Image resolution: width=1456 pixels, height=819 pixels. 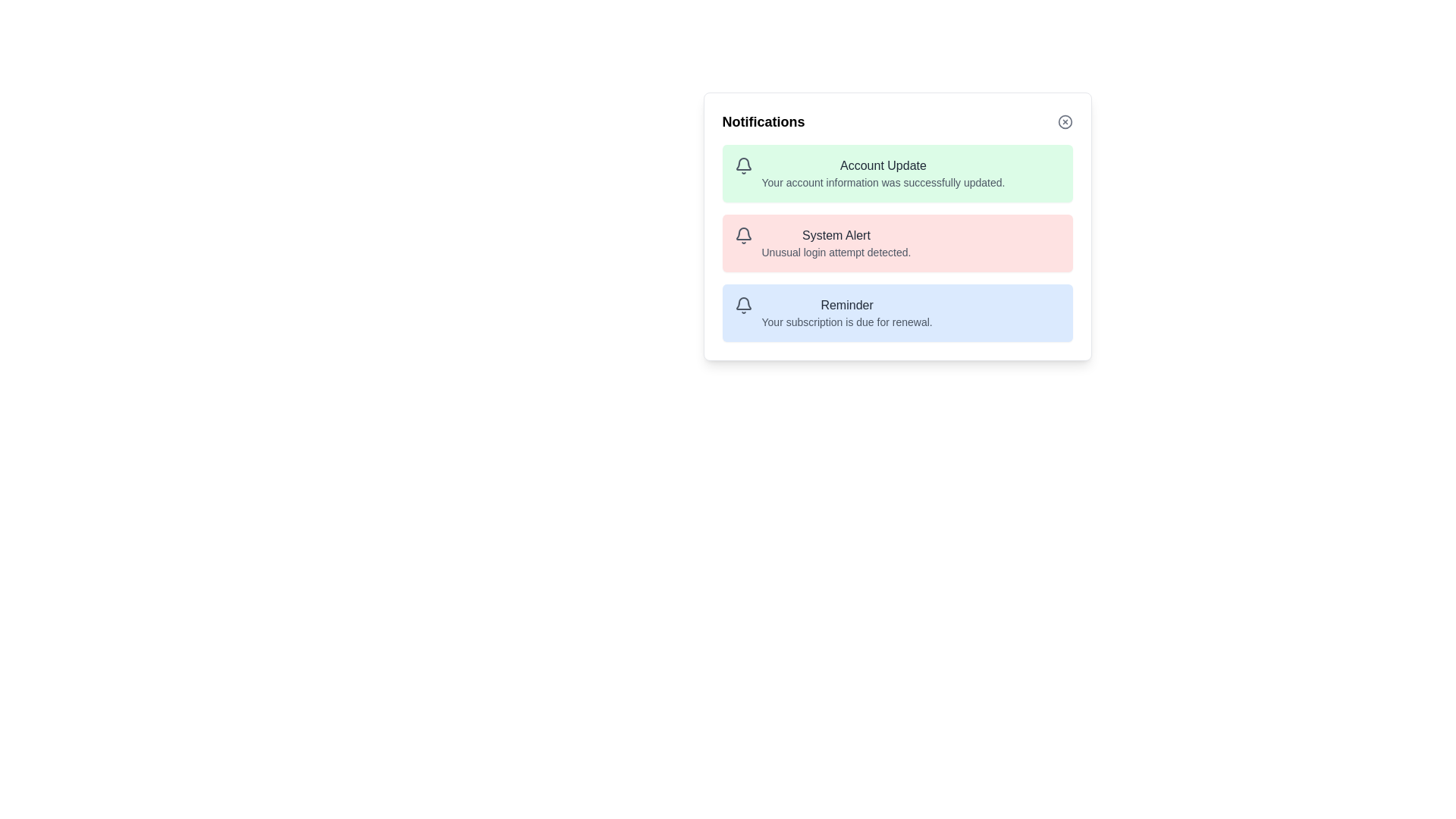 What do you see at coordinates (743, 236) in the screenshot?
I see `the bell-shaped icon in the notification panel for 'System Alert' located on the left side of the panel` at bounding box center [743, 236].